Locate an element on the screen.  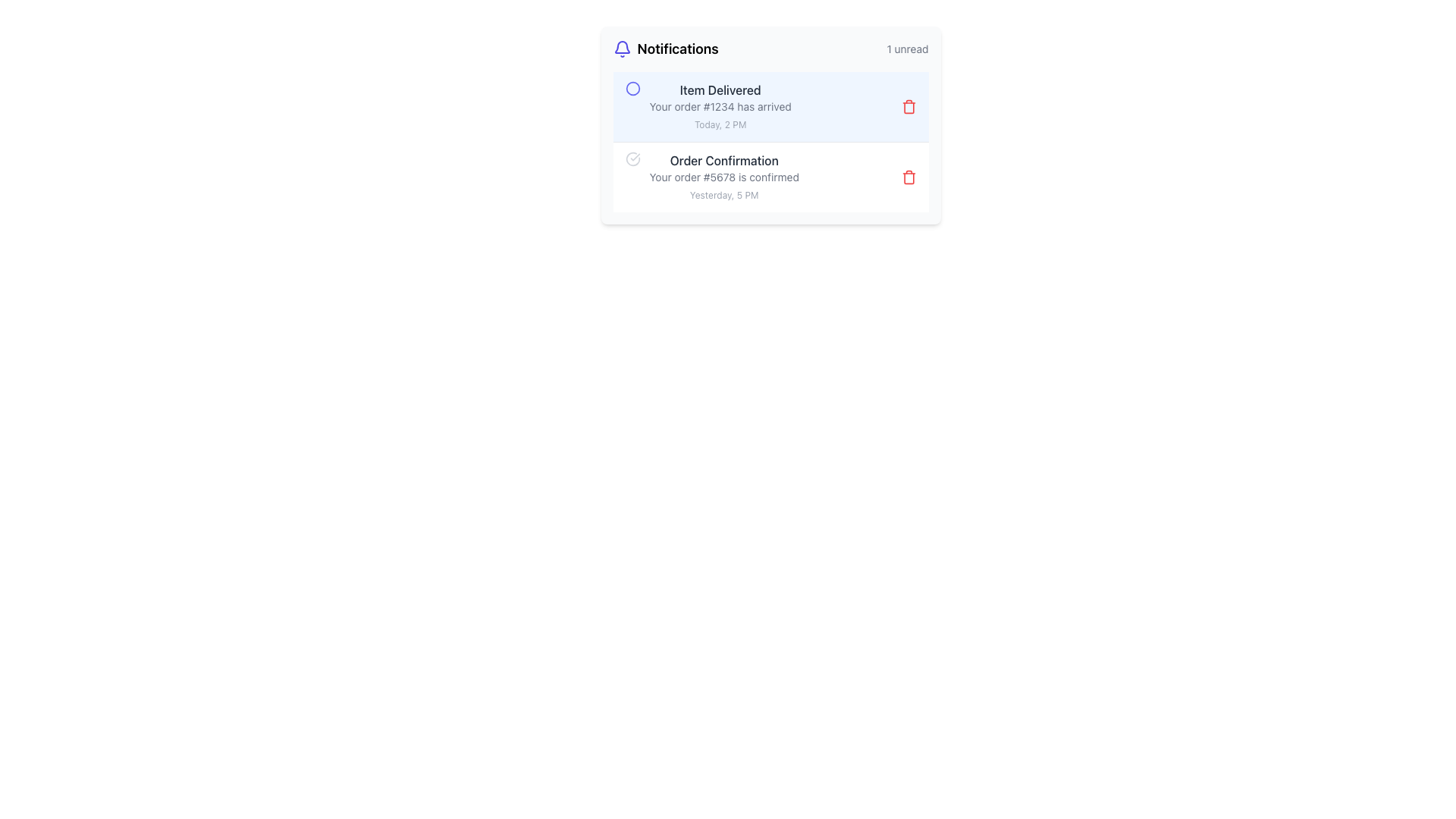
the 'Notifications' text label, which is styled in bold and large font, located immediately to the right of a bell icon in the top-left section of the interface is located at coordinates (677, 49).